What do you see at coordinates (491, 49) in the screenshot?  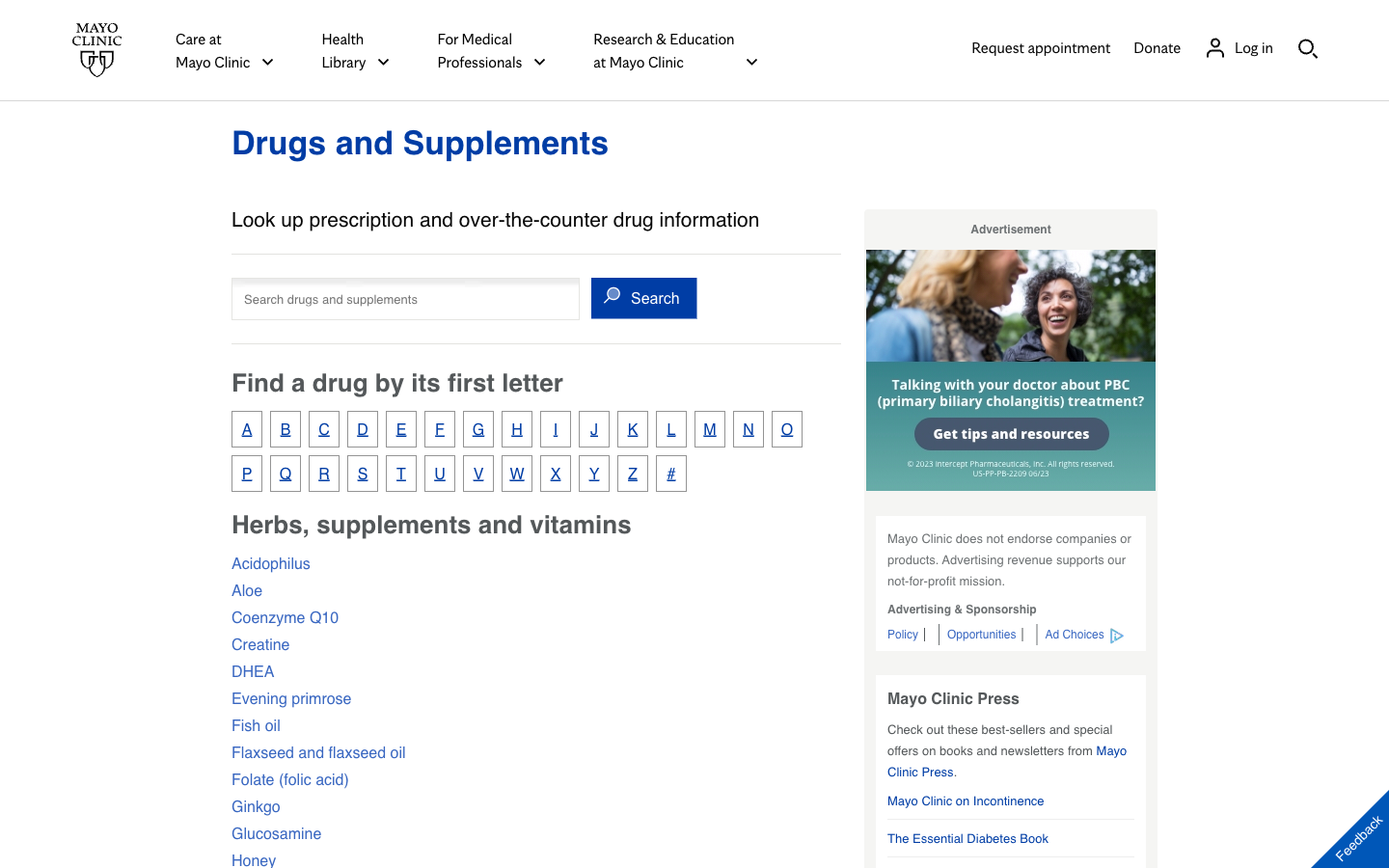 I see `Visit the mayoclinic page for medical professionals and choose the first option you see` at bounding box center [491, 49].